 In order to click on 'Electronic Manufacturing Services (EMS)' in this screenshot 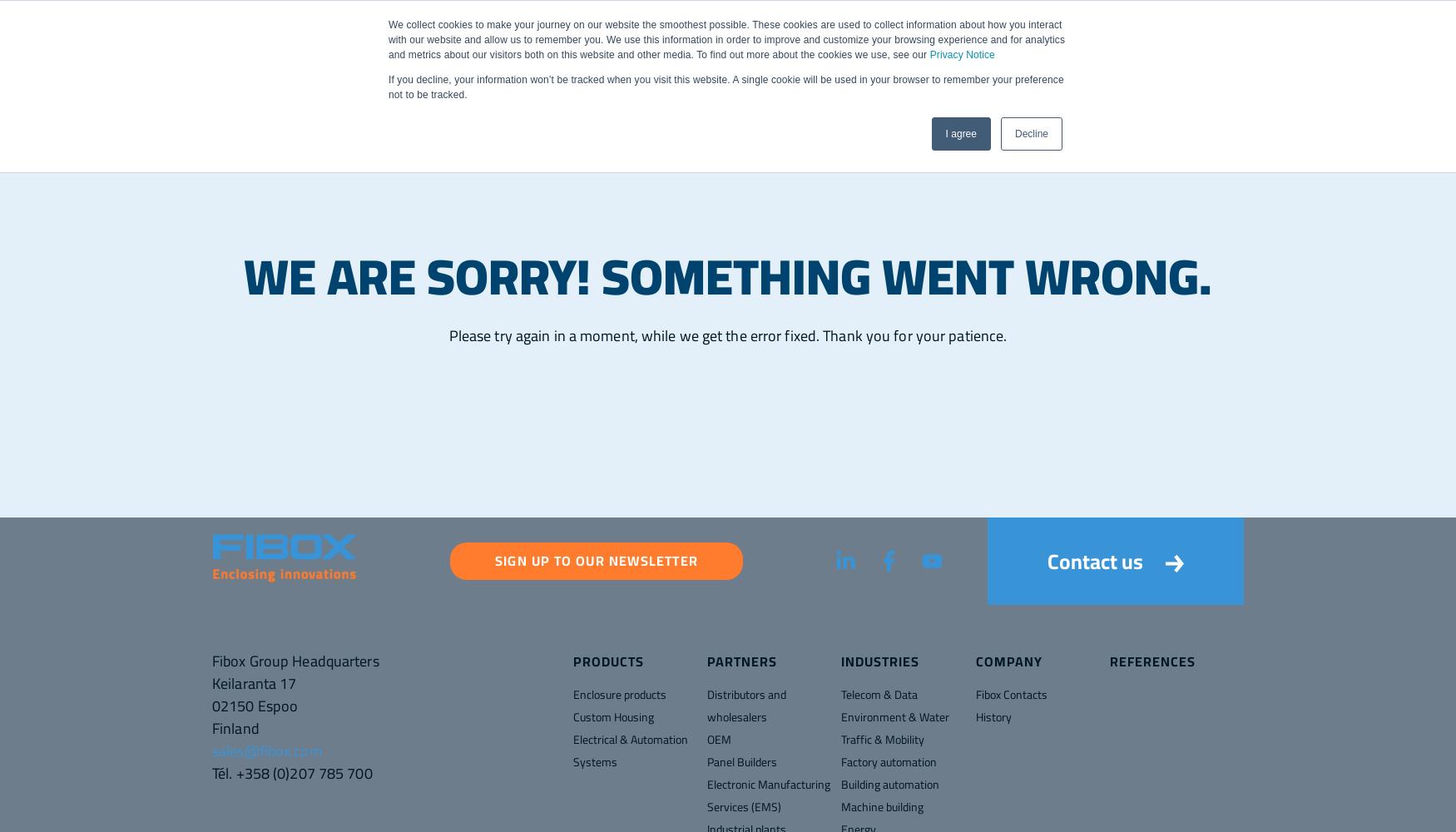, I will do `click(768, 795)`.